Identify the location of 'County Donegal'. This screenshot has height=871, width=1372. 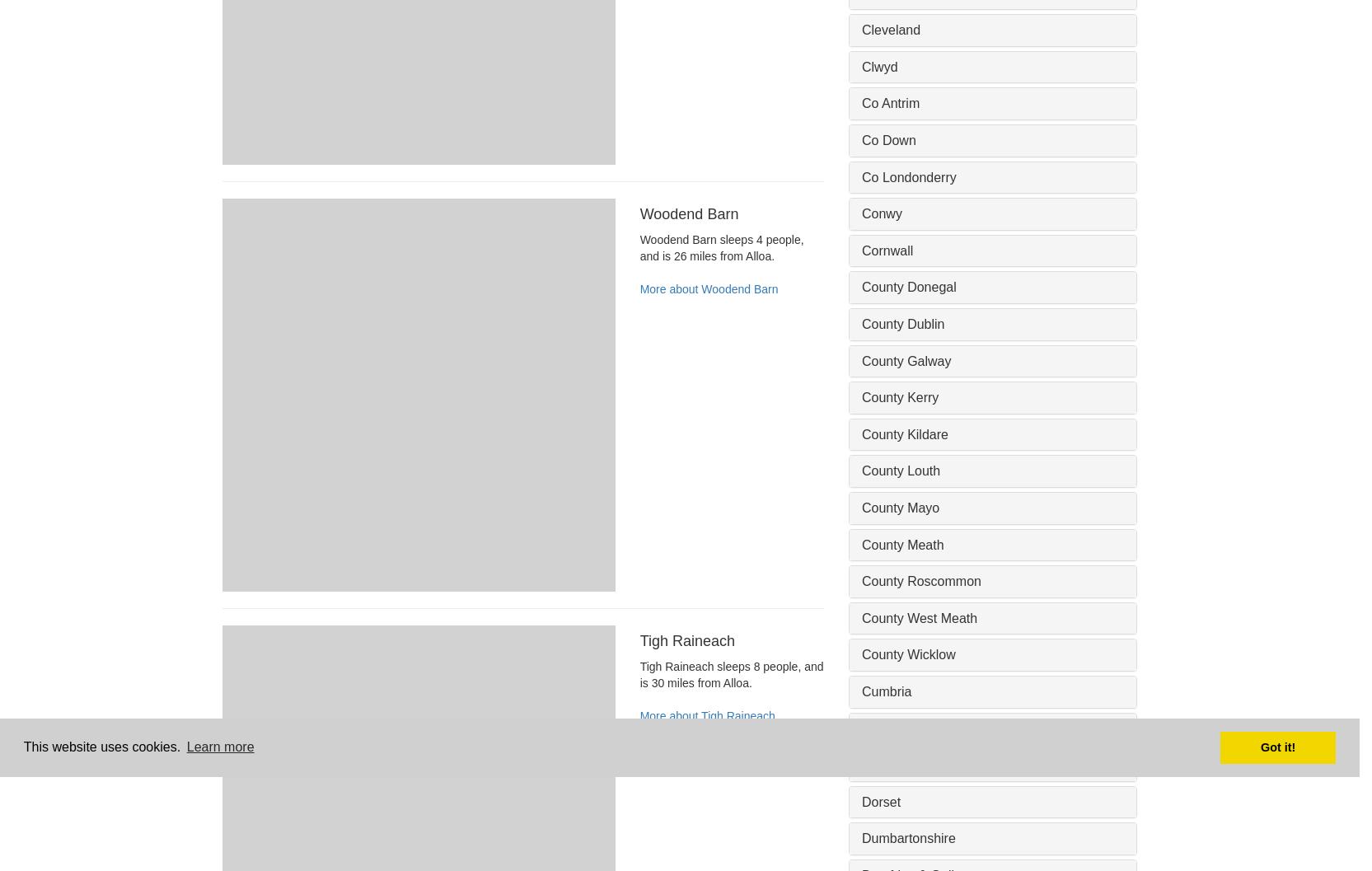
(909, 287).